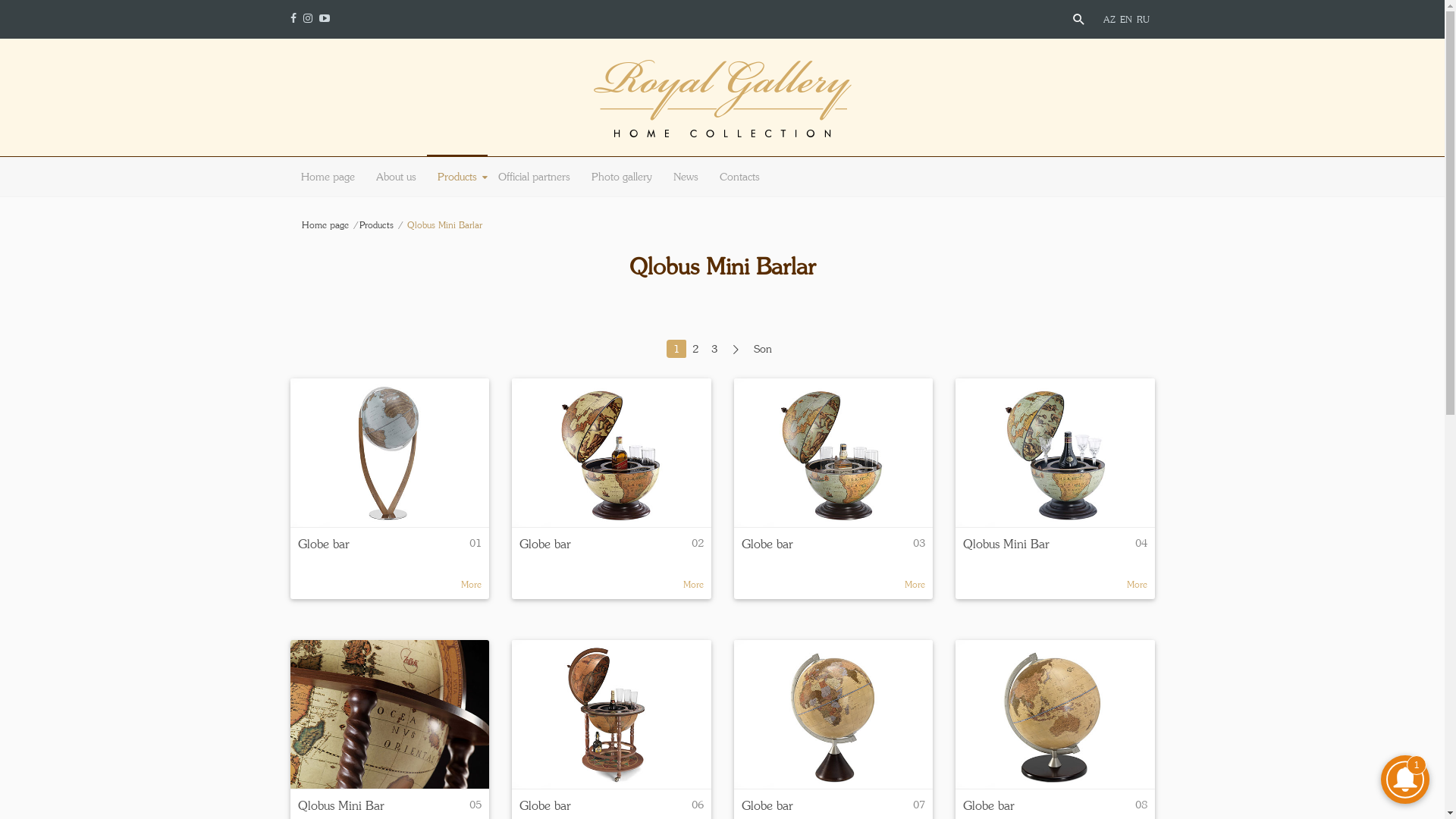 This screenshot has width=1456, height=819. What do you see at coordinates (1054, 451) in the screenshot?
I see `'Qlobus Mini Bar'` at bounding box center [1054, 451].